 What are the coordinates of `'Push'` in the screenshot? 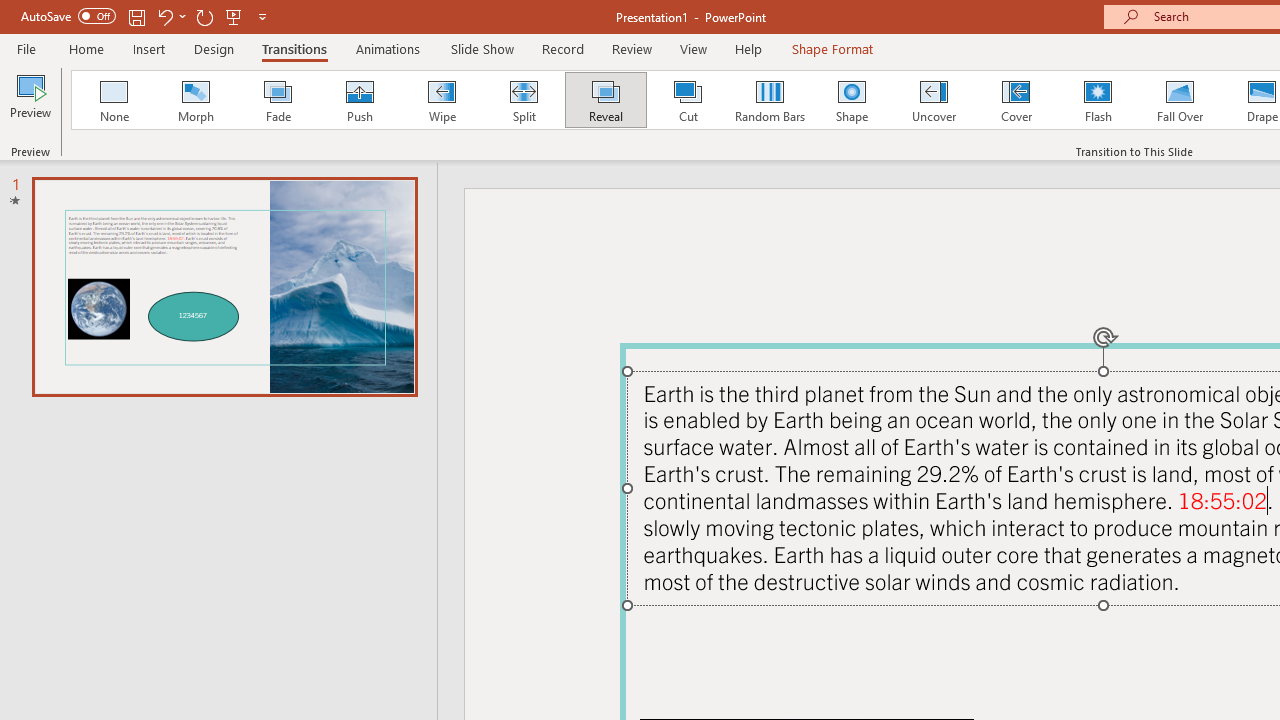 It's located at (359, 100).